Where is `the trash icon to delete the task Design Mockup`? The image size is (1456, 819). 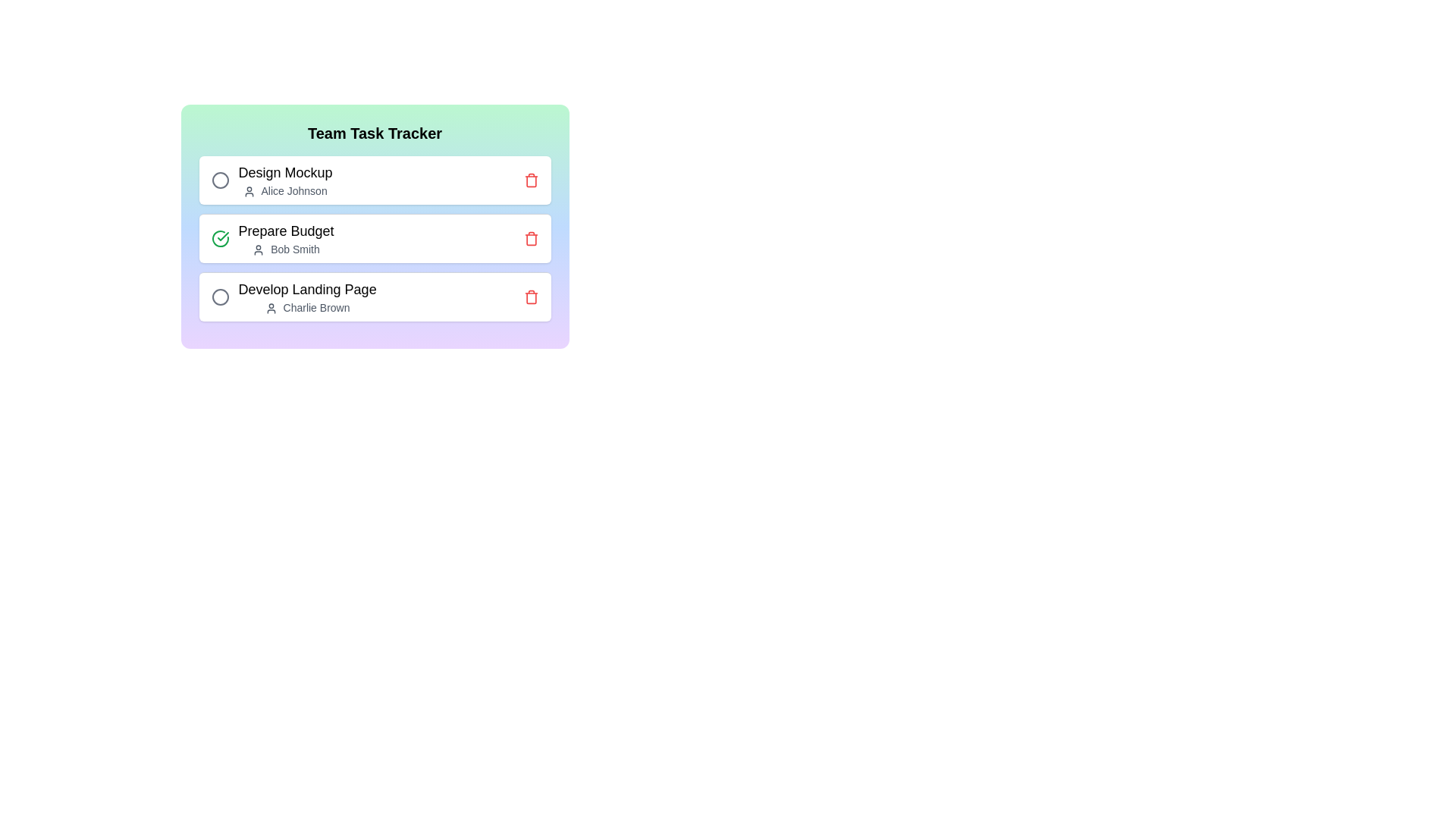
the trash icon to delete the task Design Mockup is located at coordinates (531, 180).